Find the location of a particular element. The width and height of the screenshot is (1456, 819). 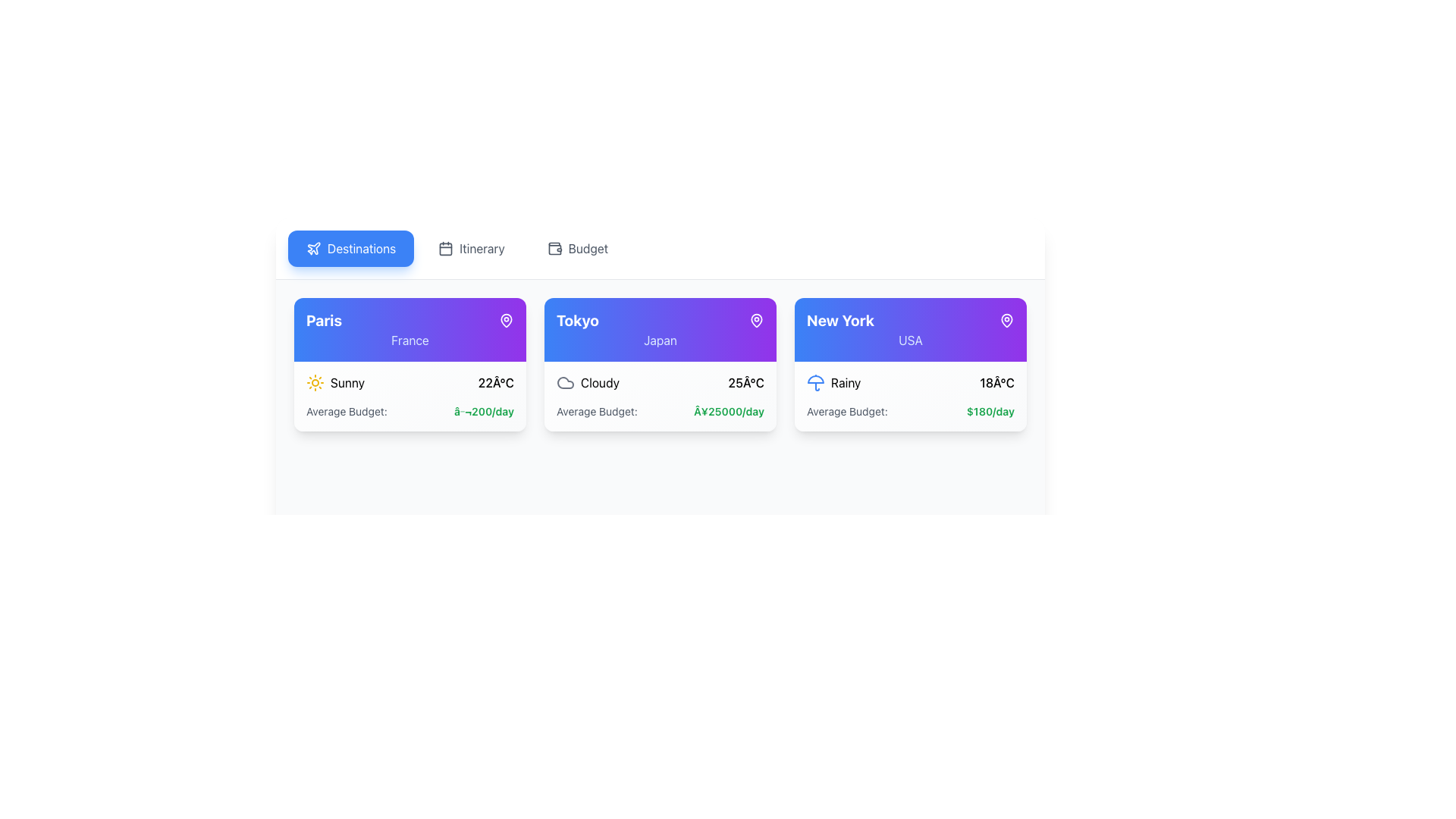

details from the Travel information card, which is the first card in a grid layout located in the top-left corner is located at coordinates (410, 365).